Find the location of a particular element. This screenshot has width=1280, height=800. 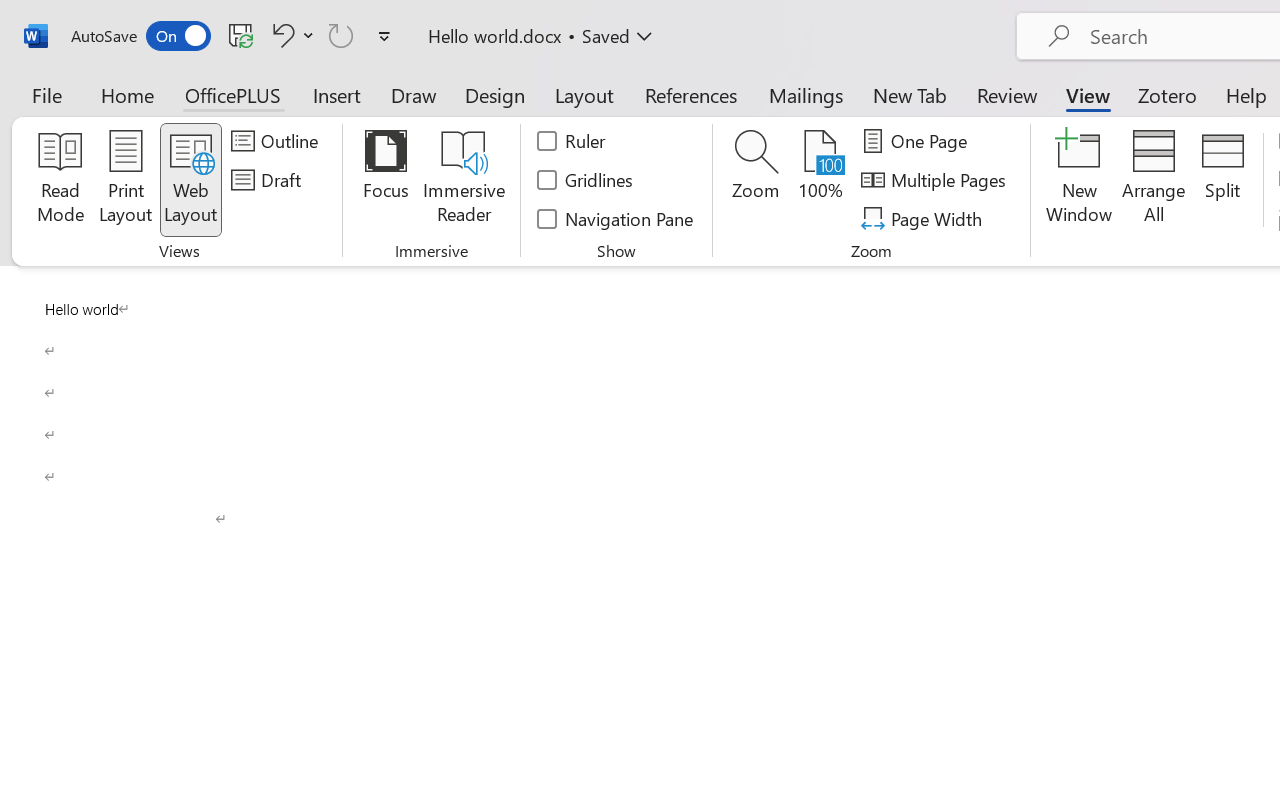

'Focus' is located at coordinates (385, 179).